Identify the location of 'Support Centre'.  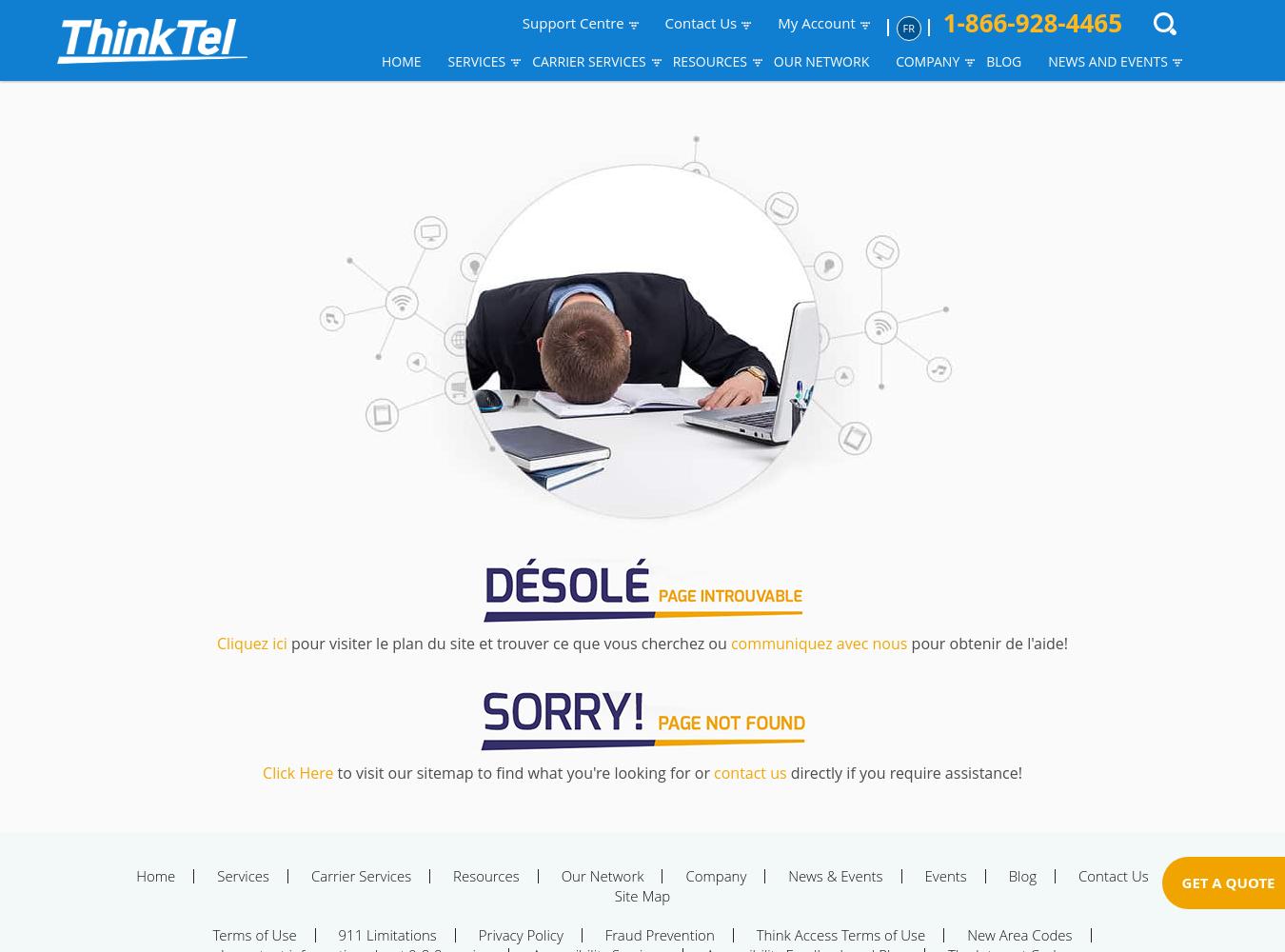
(572, 23).